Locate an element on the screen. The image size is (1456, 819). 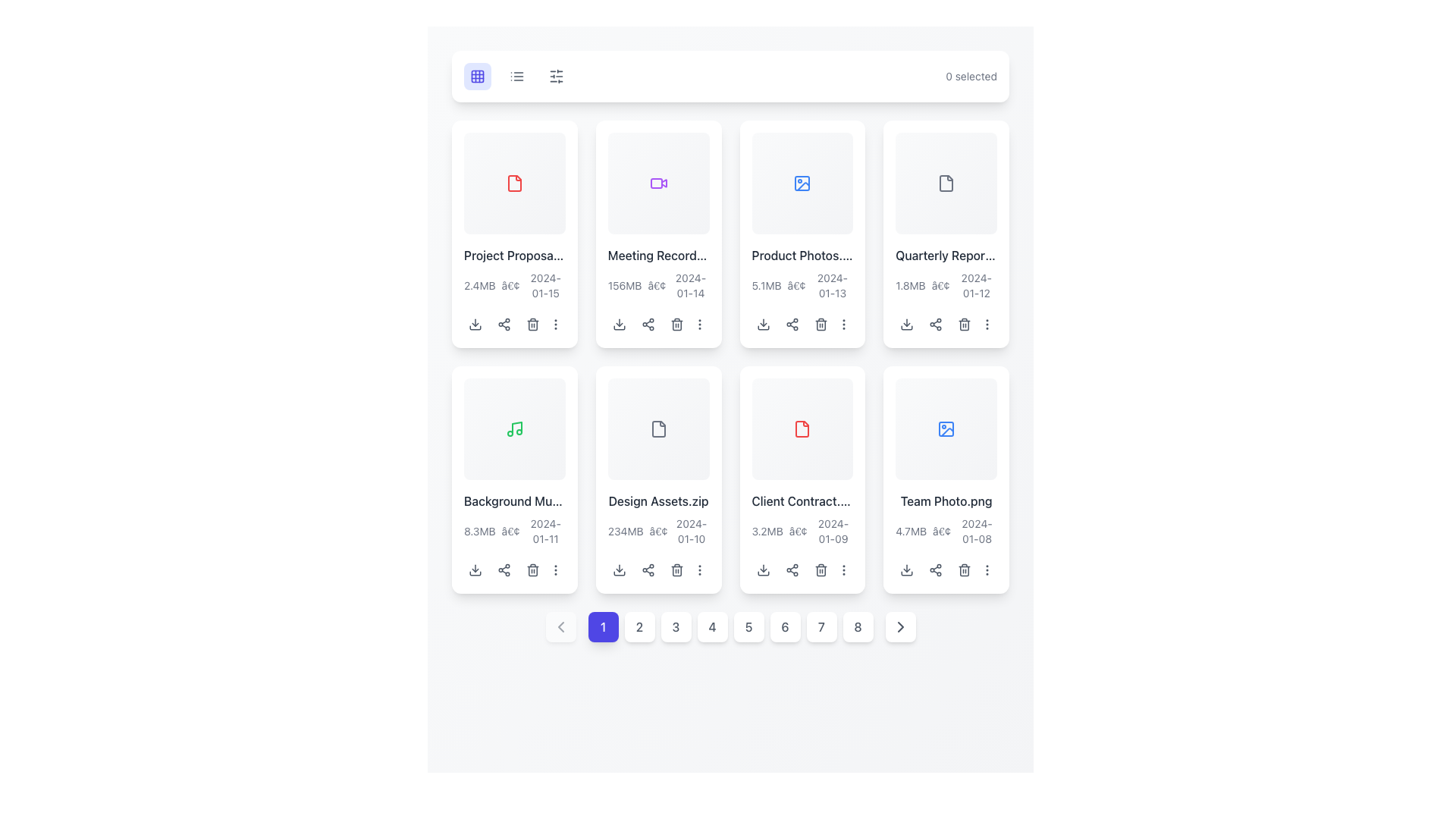
the small square button with a grid icon in indigo tones located at the top-left corner of the interface is located at coordinates (476, 76).